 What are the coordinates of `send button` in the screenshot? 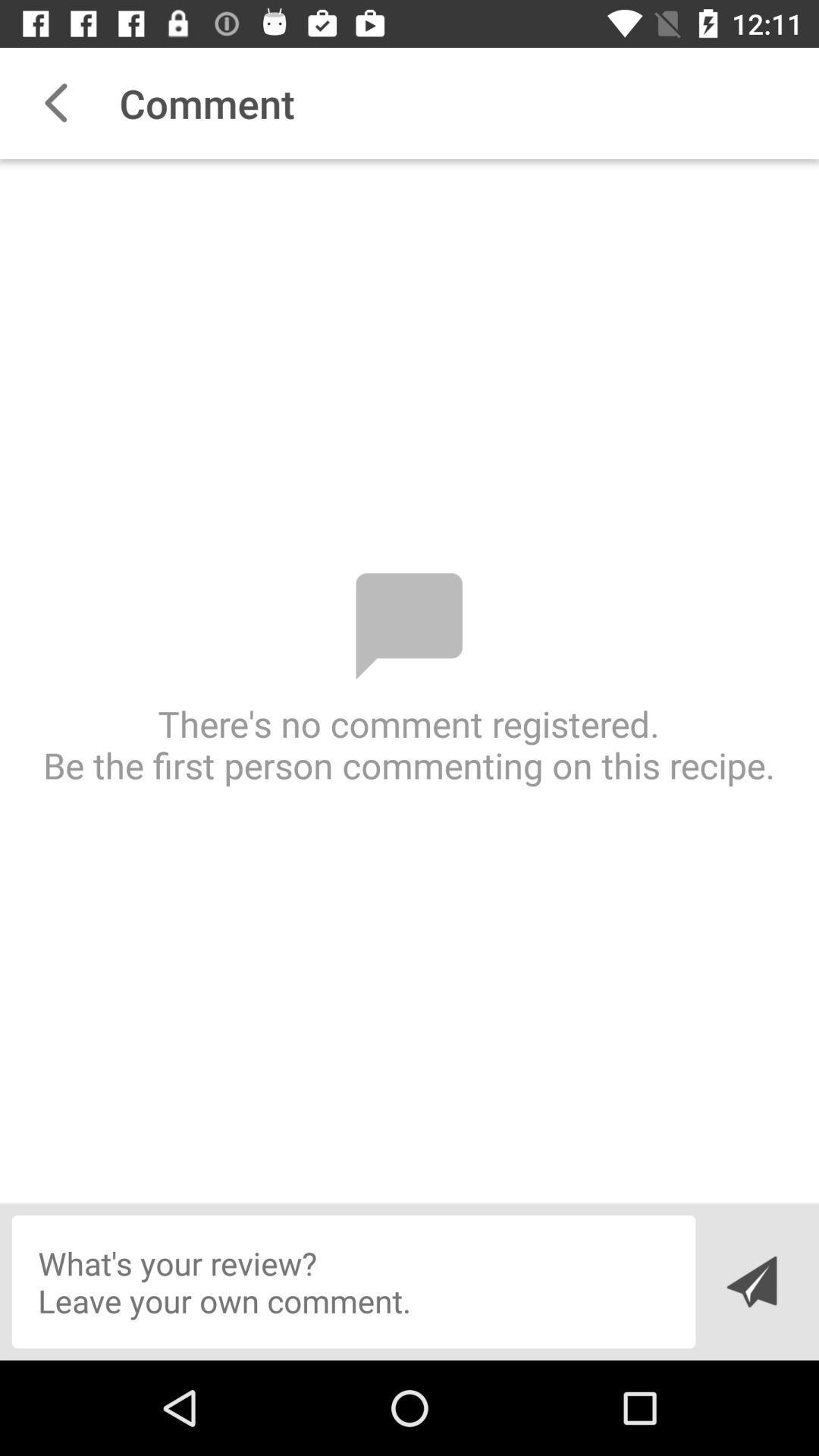 It's located at (751, 1281).